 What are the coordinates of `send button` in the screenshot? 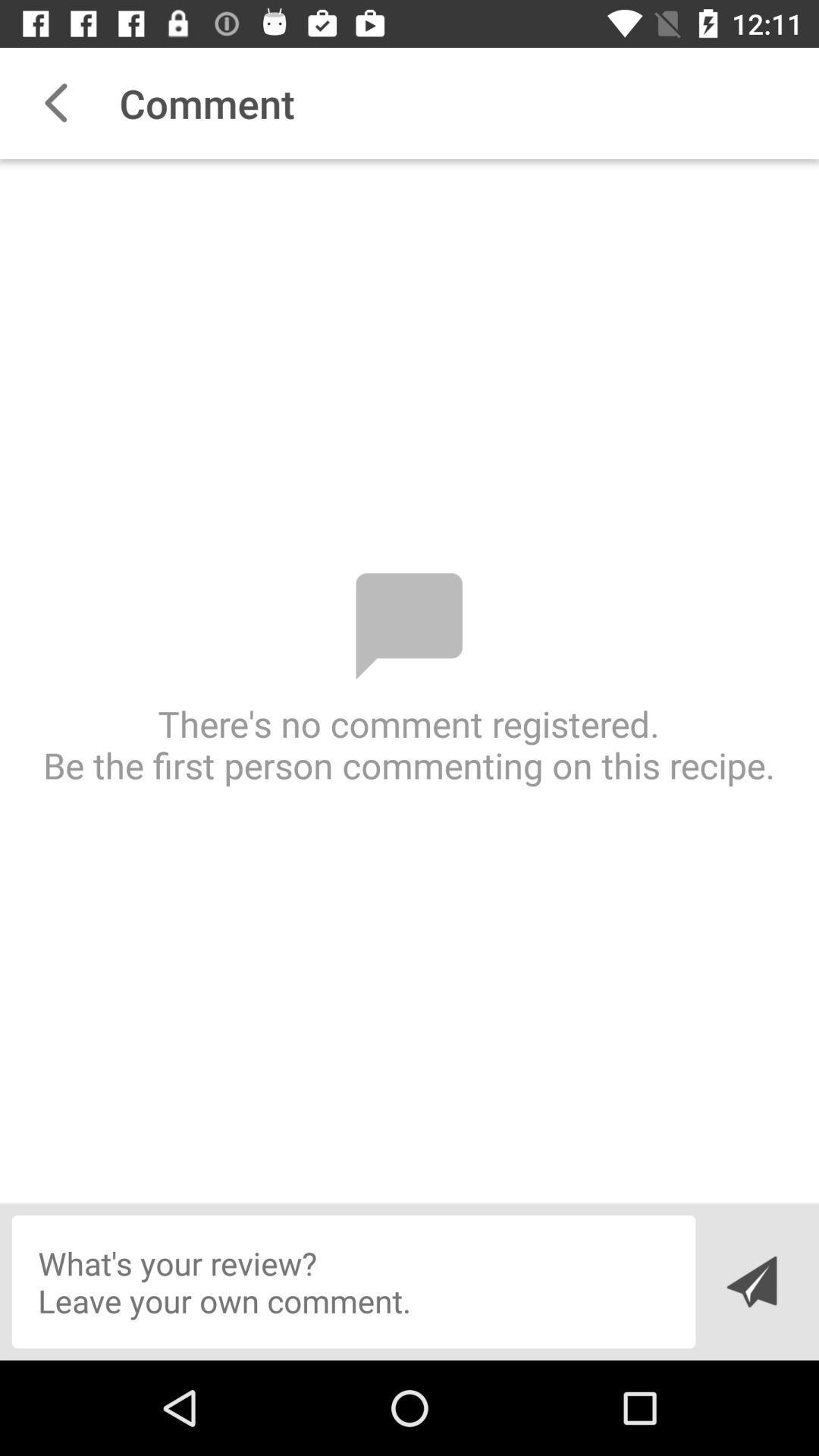 It's located at (751, 1281).